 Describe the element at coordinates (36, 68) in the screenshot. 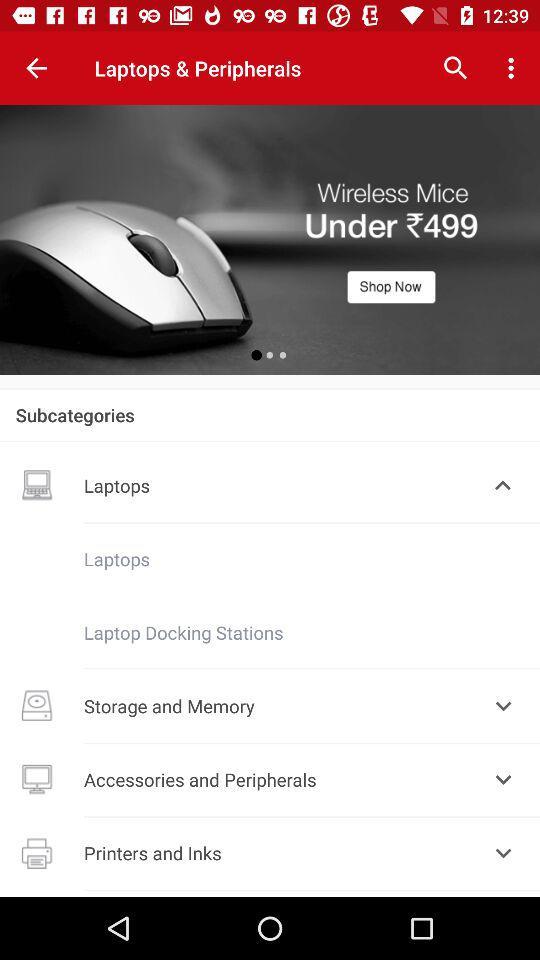

I see `the icon at the top left corner` at that location.